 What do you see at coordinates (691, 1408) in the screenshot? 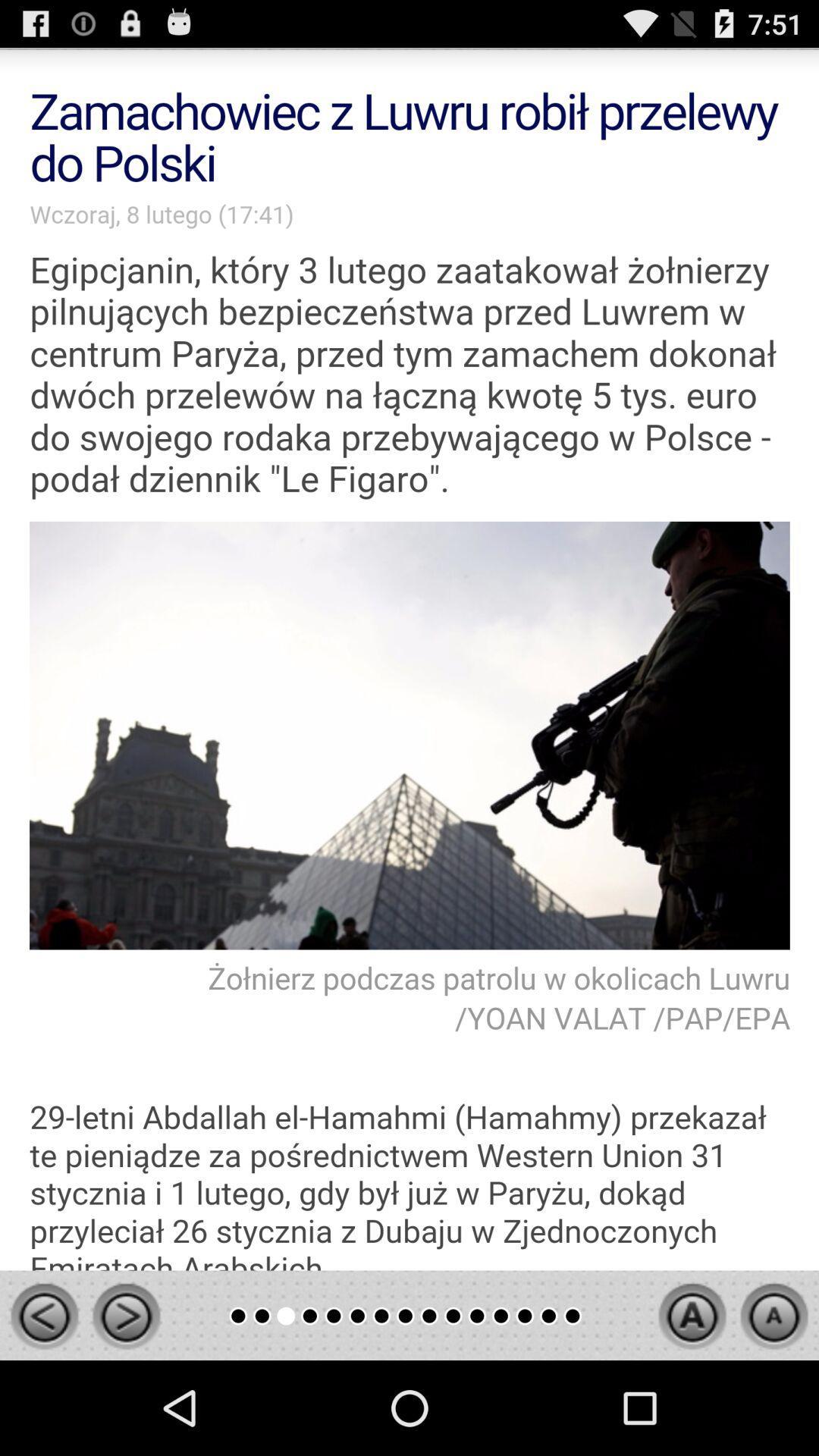
I see `the arrow_upward icon` at bounding box center [691, 1408].